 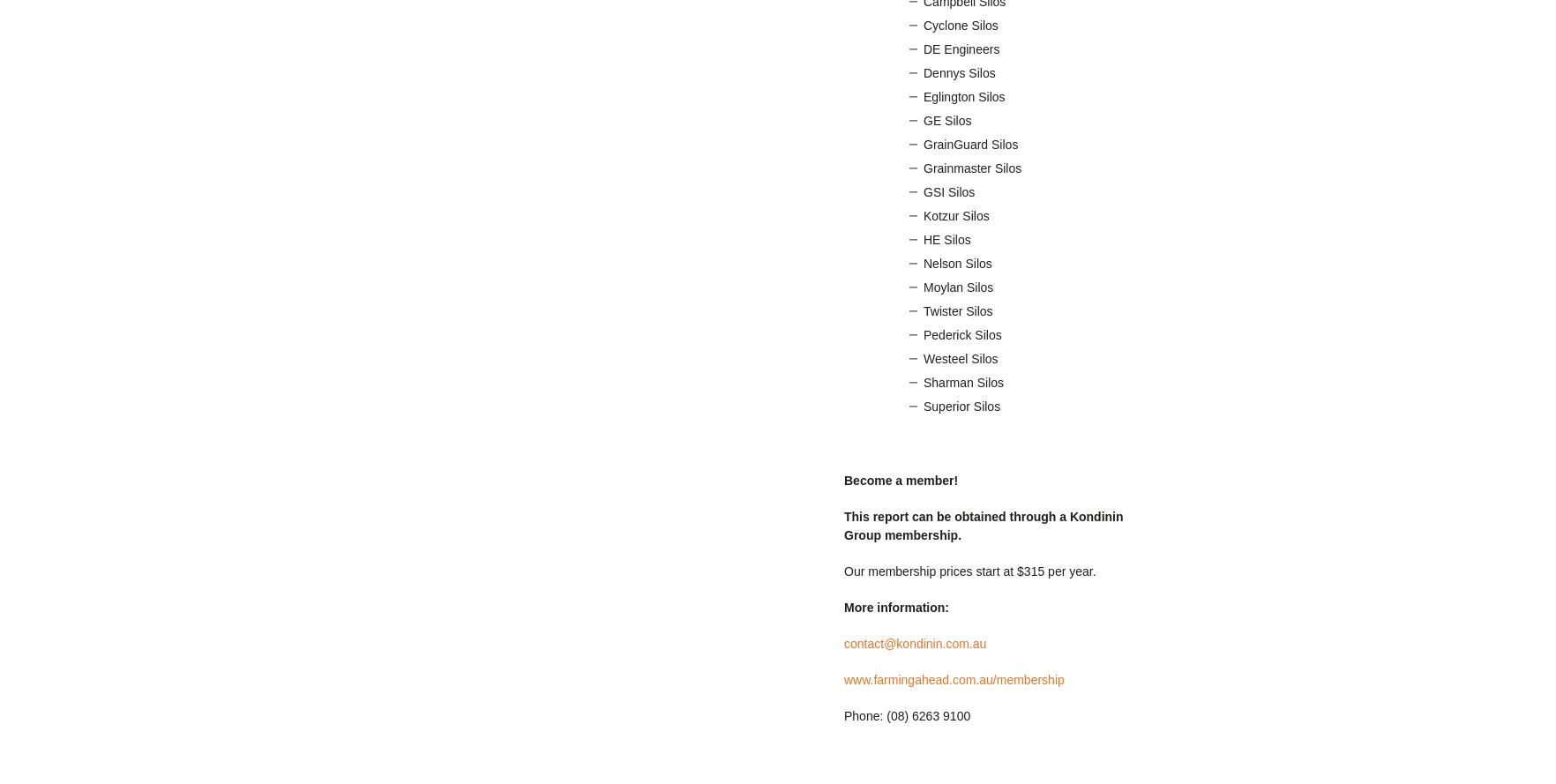 I want to click on 'This report can be obtained through a Kondinin Group membership.', so click(x=984, y=525).